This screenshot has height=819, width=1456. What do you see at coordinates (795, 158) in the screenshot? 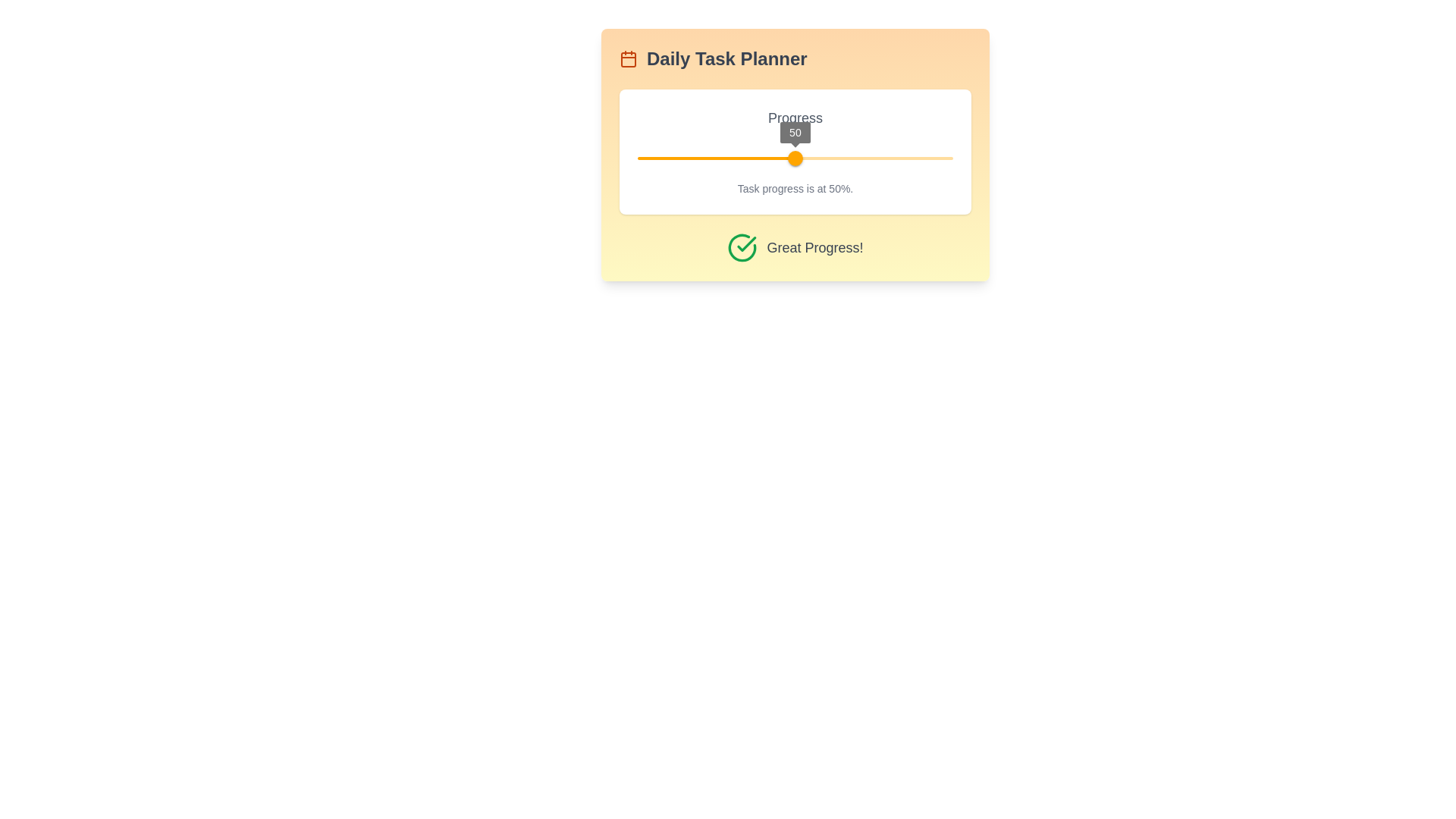
I see `the Slider rail which is a thin solid line in the middle of the slider's range background, located slightly below the slider thumb marked by the value '50'` at bounding box center [795, 158].